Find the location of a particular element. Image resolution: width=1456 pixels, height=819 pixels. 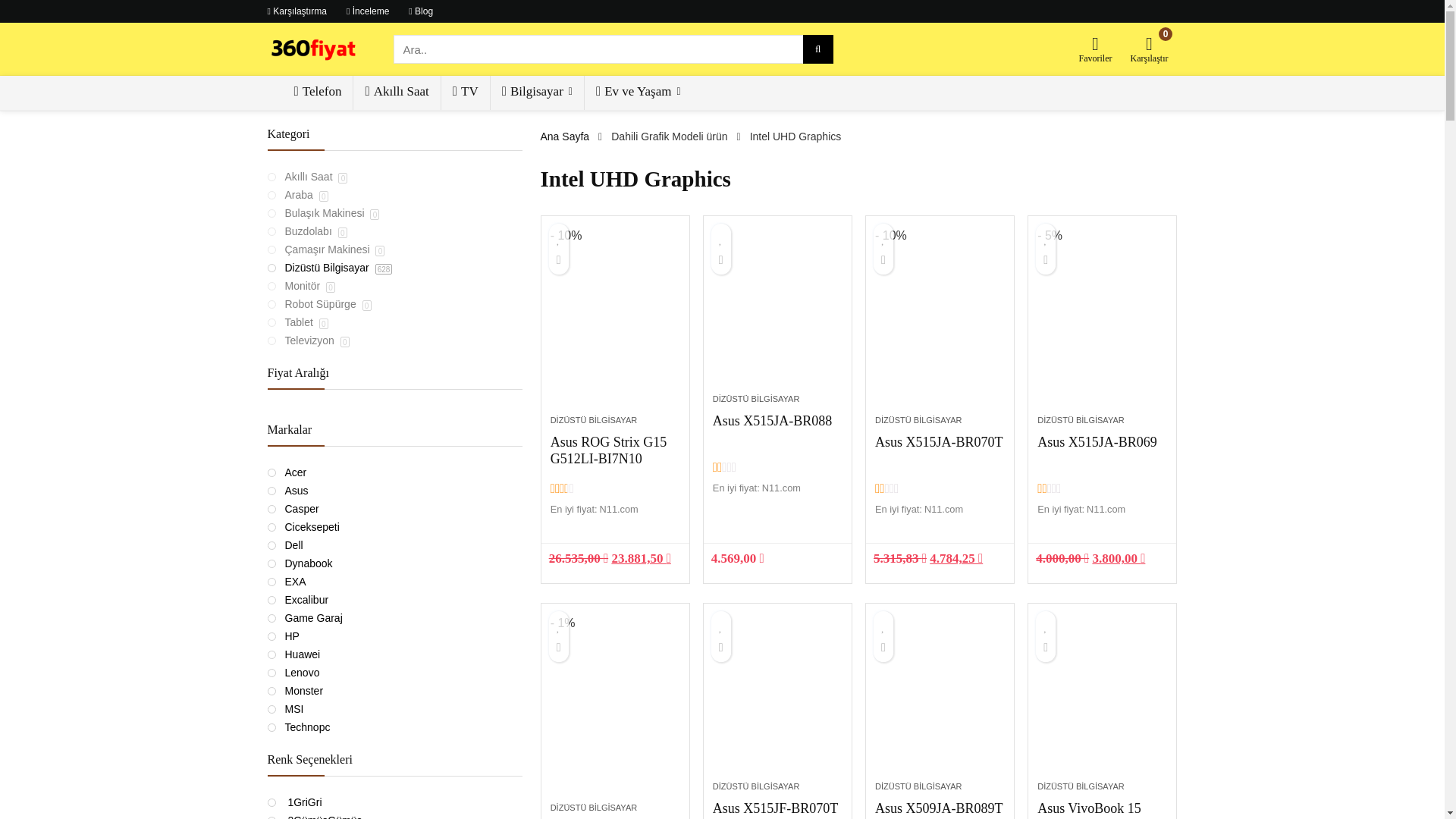

'Asus X515JF-BR070T' is located at coordinates (775, 807).